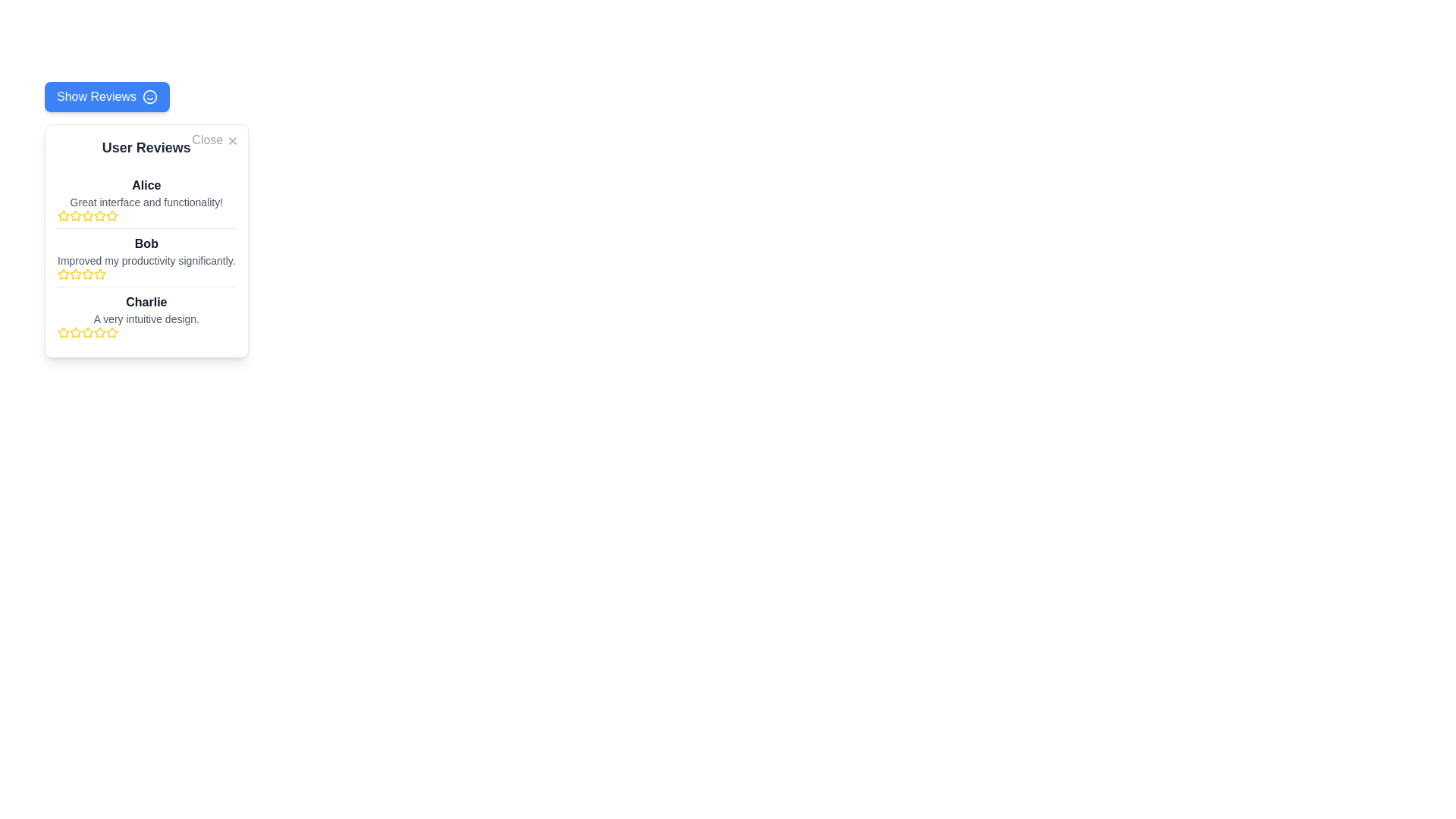 This screenshot has height=819, width=1456. What do you see at coordinates (149, 96) in the screenshot?
I see `the smiley face icon located on the right side of the 'Show Reviews' button, which indicates positive feedback or user reviews` at bounding box center [149, 96].